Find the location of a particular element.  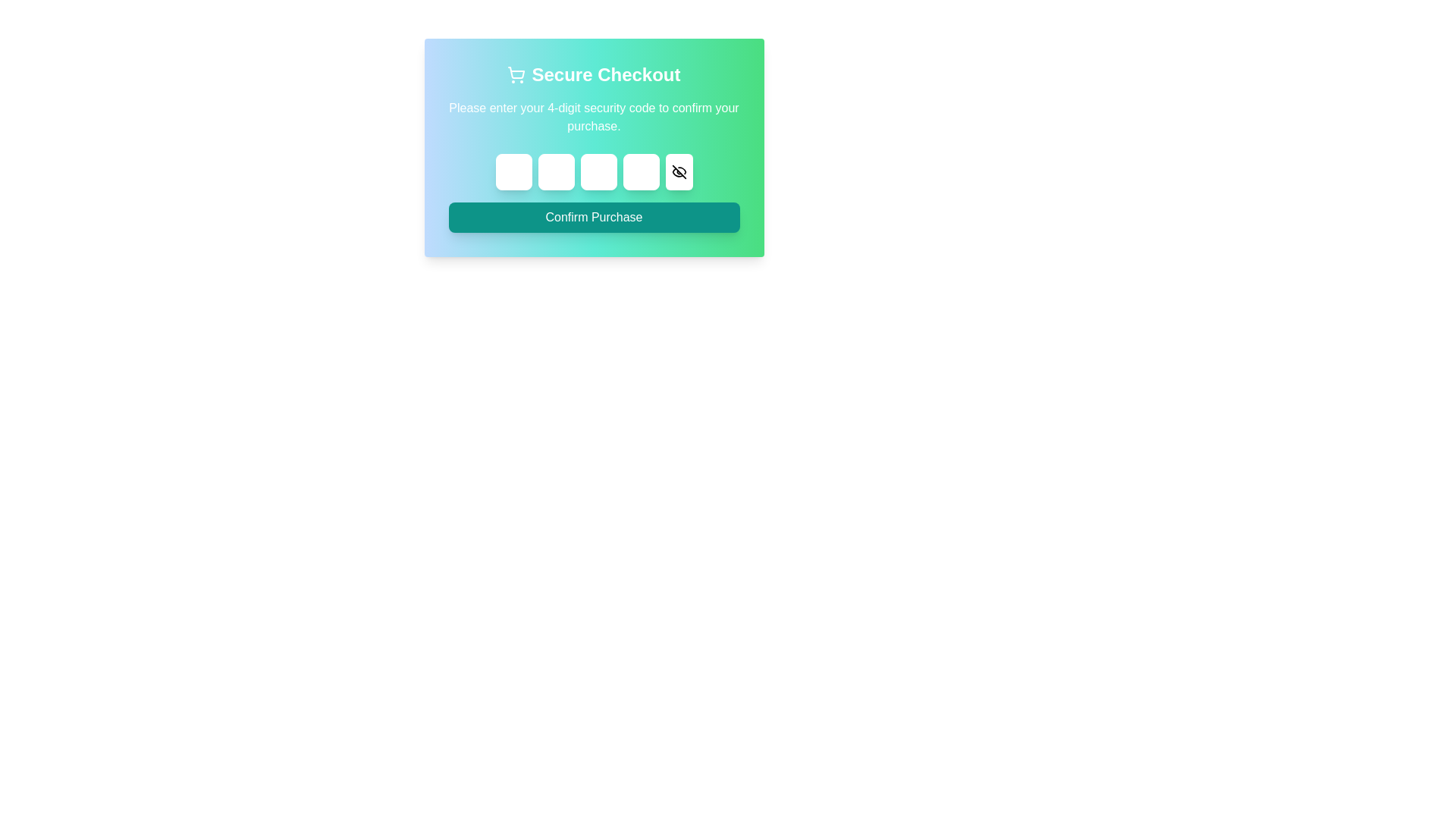

the second input field in the row of four single-character input boxes by tabbing into it is located at coordinates (555, 171).